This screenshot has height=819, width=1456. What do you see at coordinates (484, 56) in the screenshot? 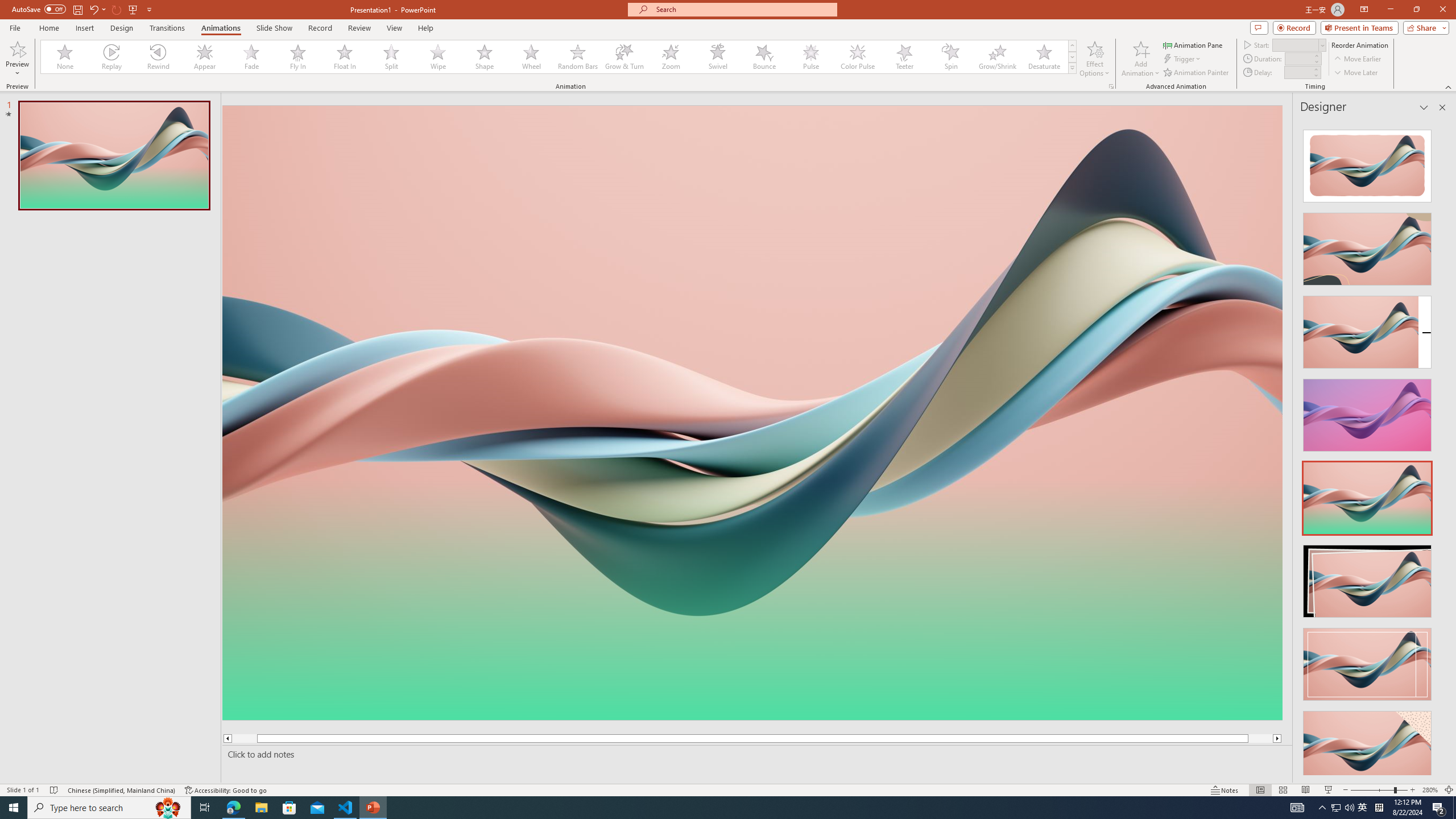
I see `'Shape'` at bounding box center [484, 56].